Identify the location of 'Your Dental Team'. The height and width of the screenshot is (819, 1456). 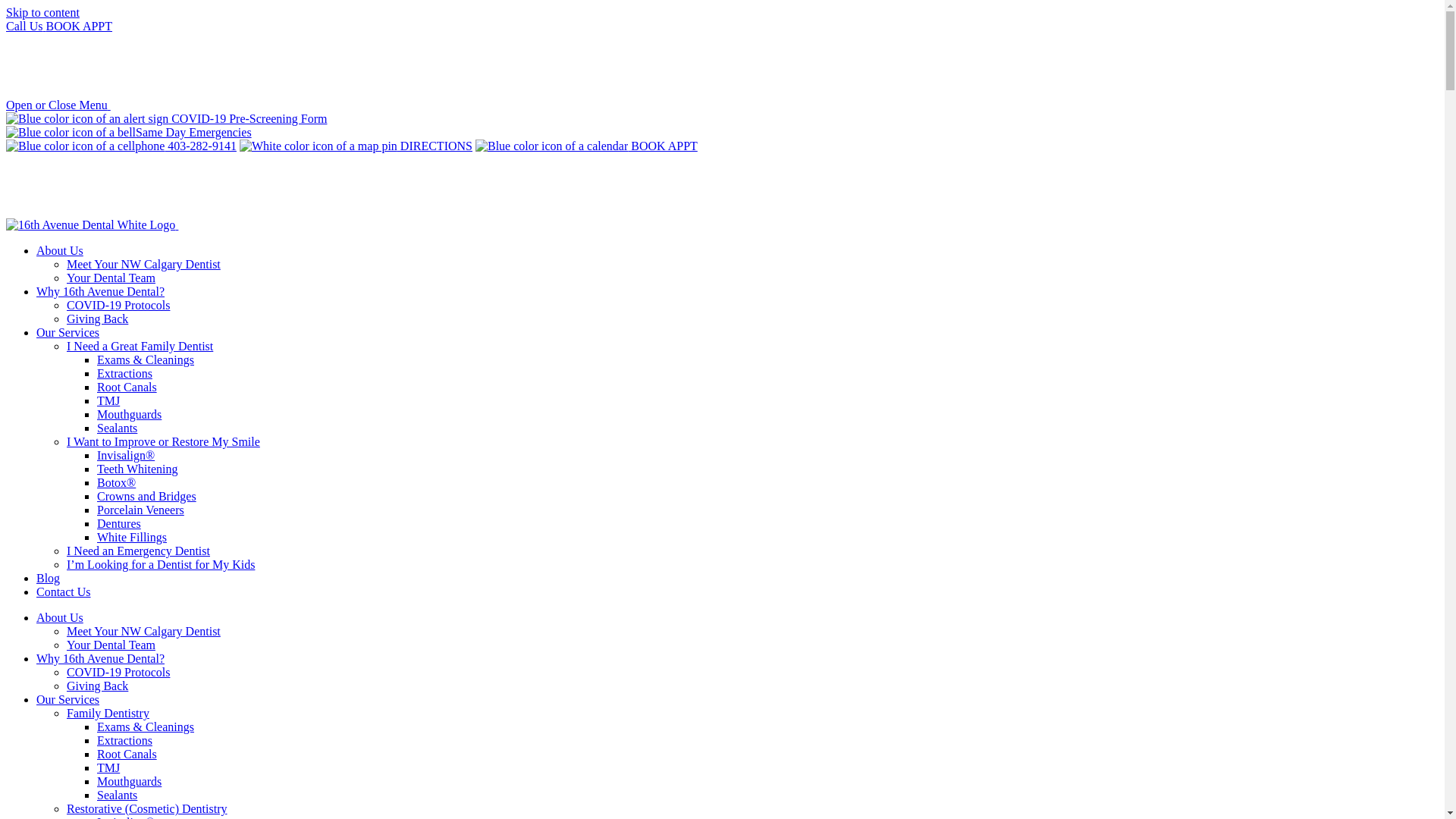
(110, 645).